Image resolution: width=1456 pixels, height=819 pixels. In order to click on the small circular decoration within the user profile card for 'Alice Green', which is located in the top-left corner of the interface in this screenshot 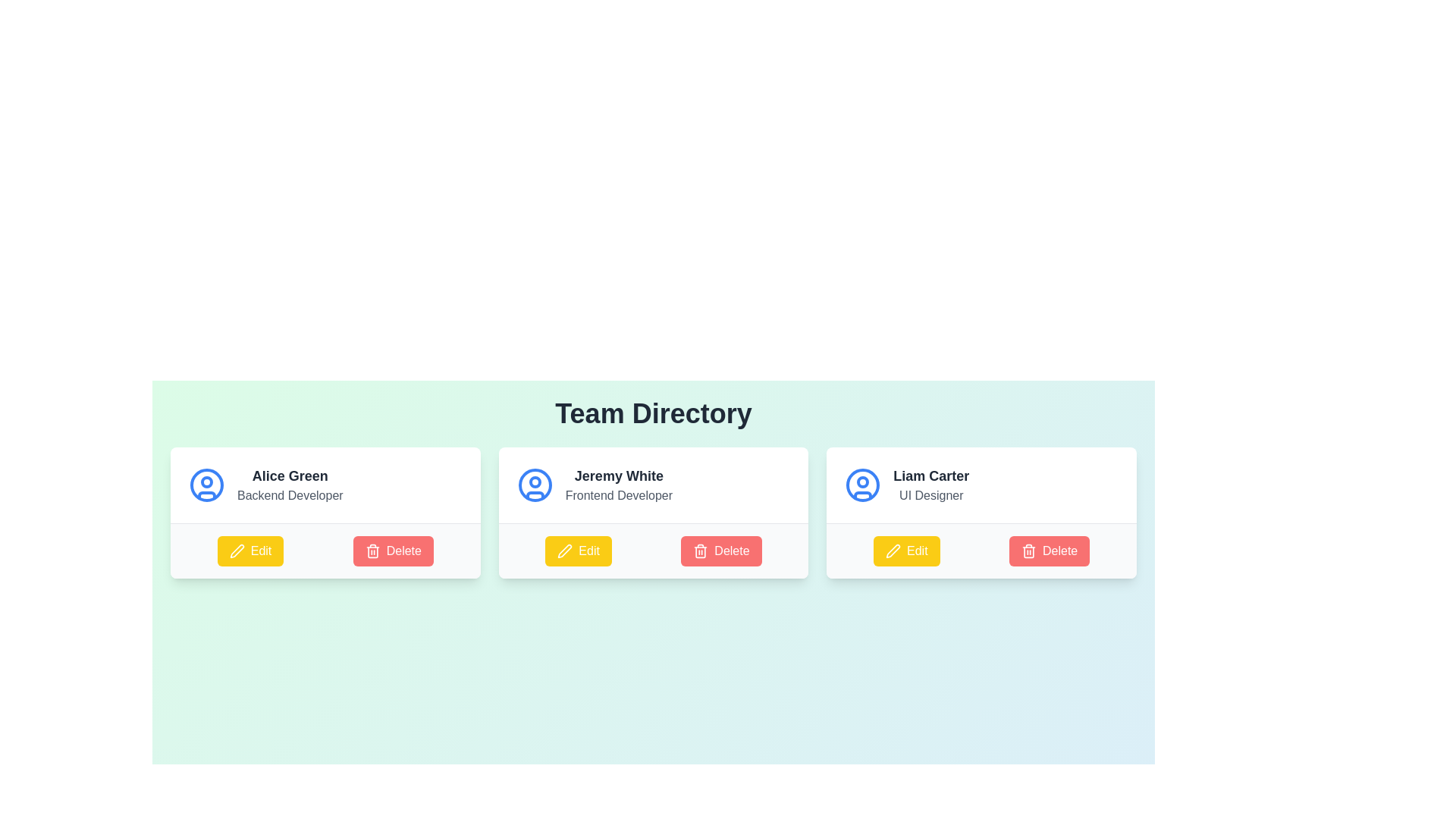, I will do `click(206, 482)`.